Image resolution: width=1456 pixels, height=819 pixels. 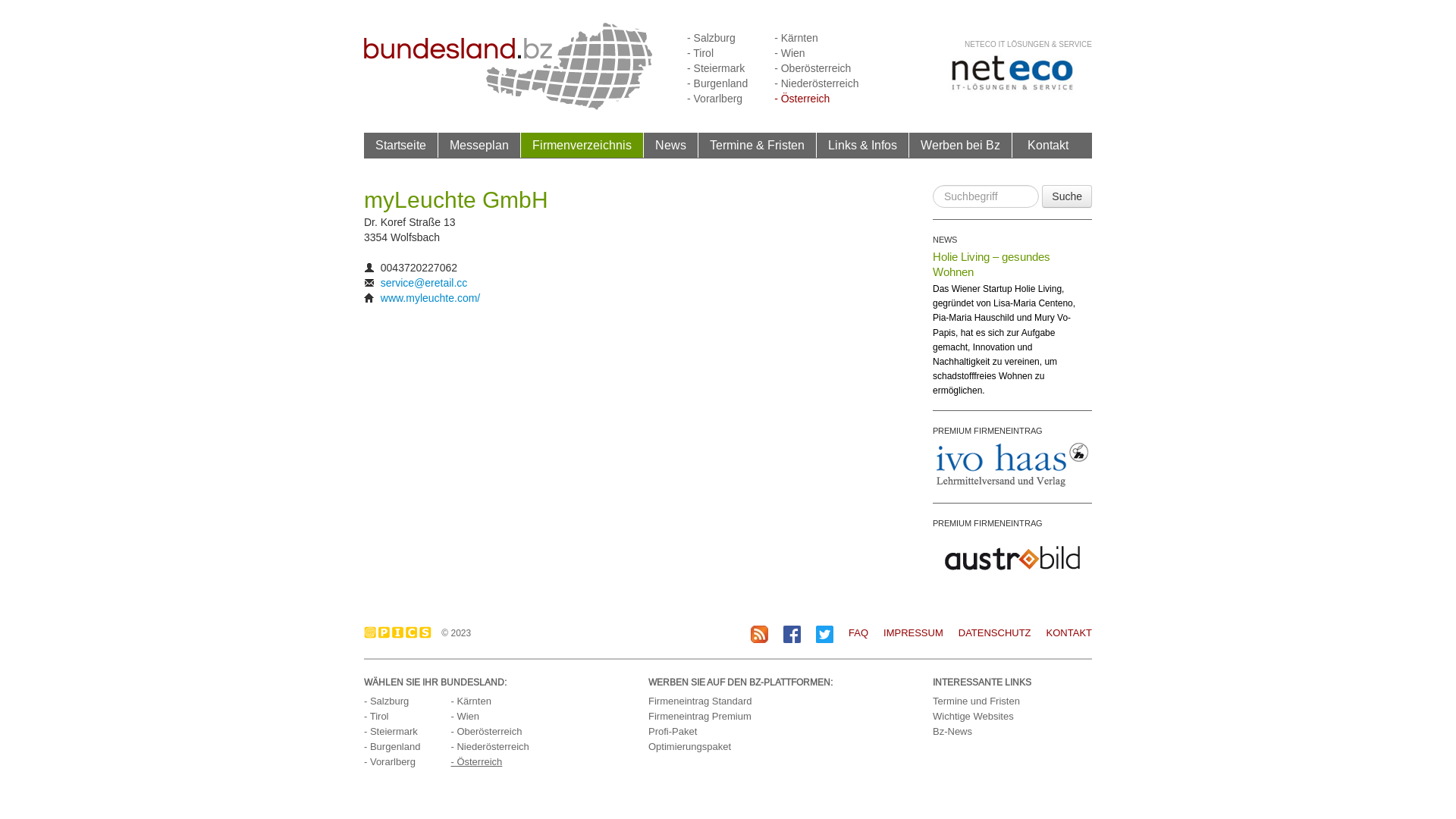 What do you see at coordinates (960, 145) in the screenshot?
I see `'Werben bei Bz'` at bounding box center [960, 145].